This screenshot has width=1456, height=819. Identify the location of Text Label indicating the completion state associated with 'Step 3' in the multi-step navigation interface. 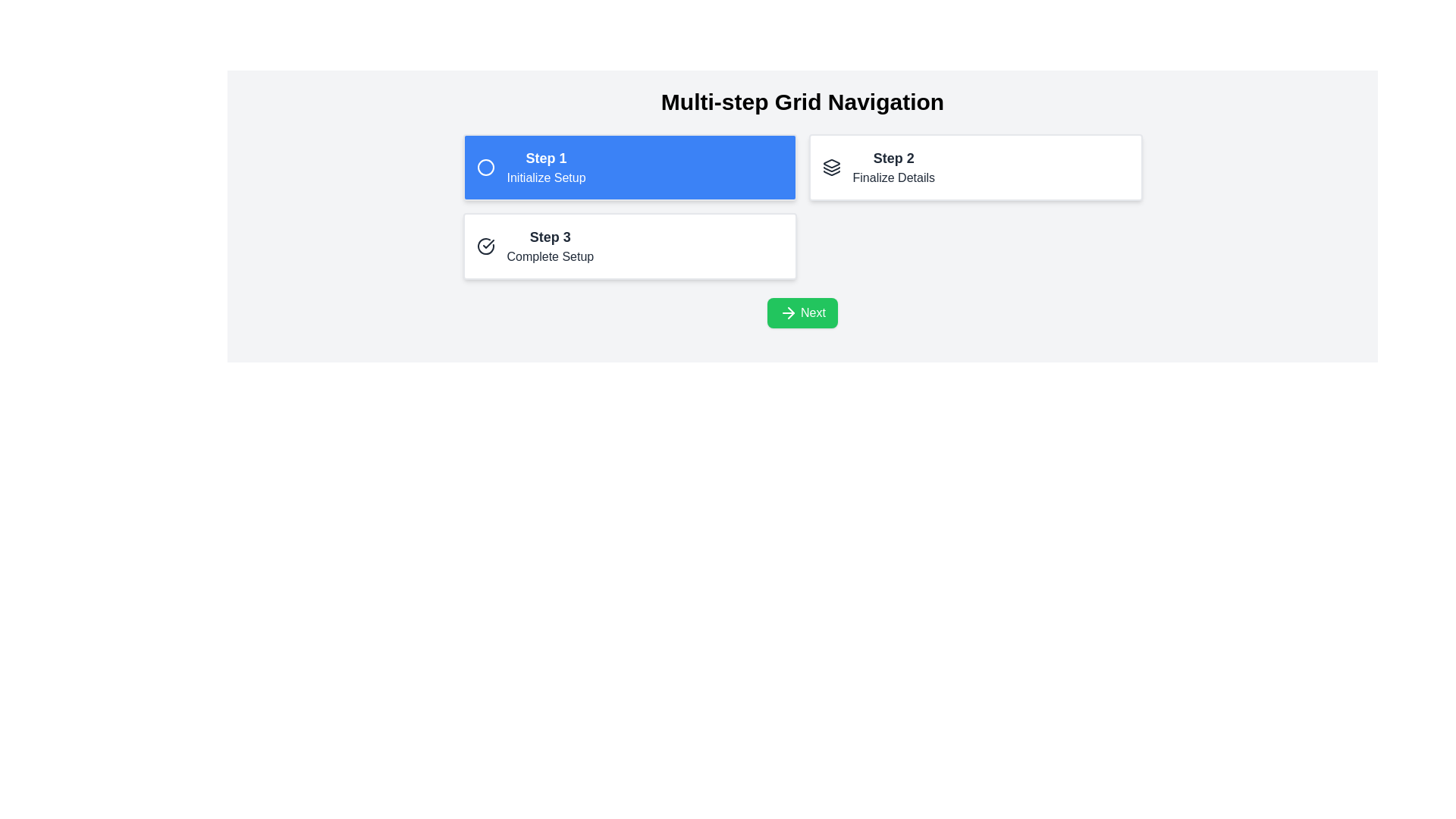
(549, 256).